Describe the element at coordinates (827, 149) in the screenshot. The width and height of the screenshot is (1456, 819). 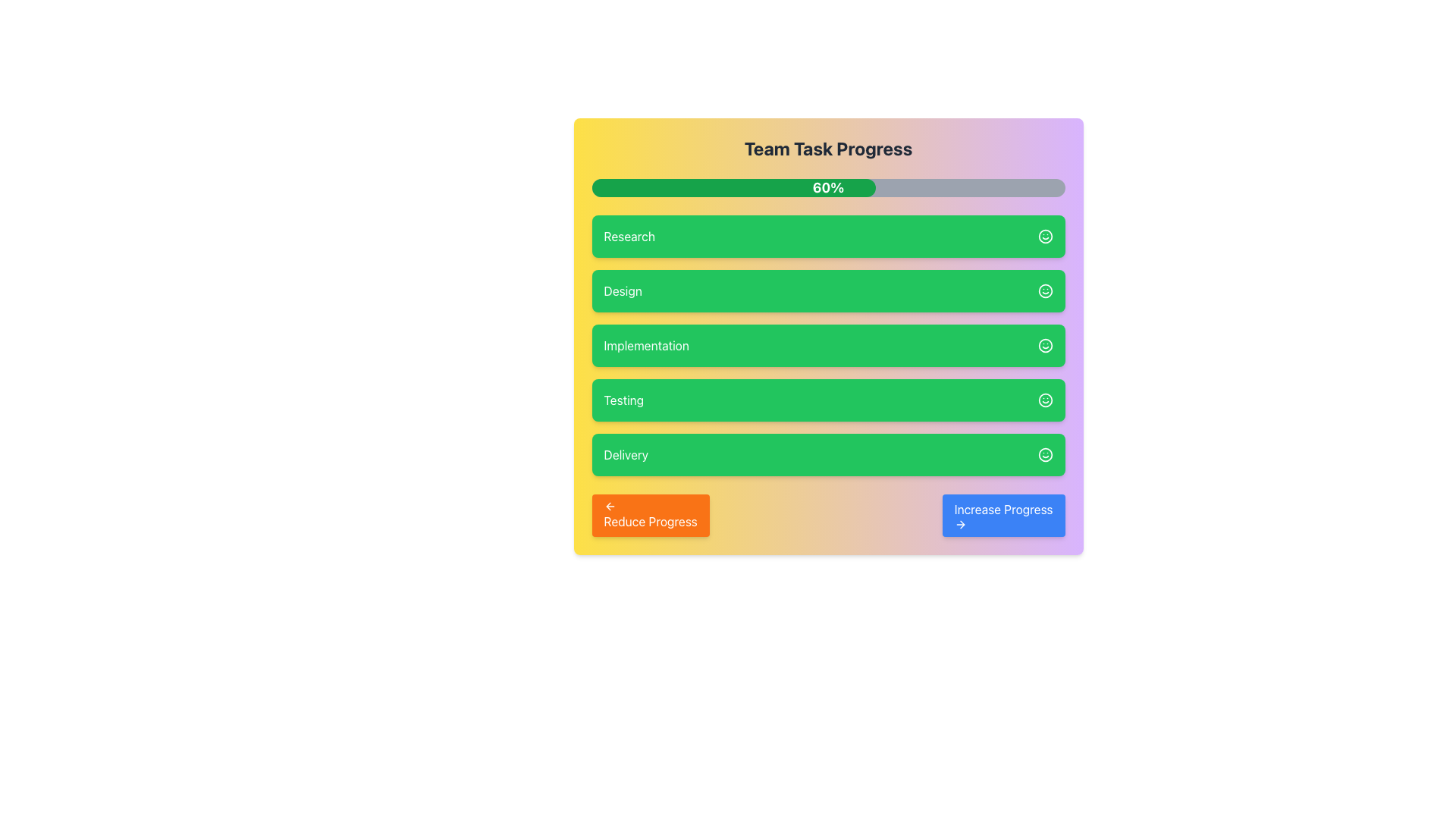
I see `the Header Text that serves as the title of the section in the task management interface, located at the top of the card-like layout` at that location.